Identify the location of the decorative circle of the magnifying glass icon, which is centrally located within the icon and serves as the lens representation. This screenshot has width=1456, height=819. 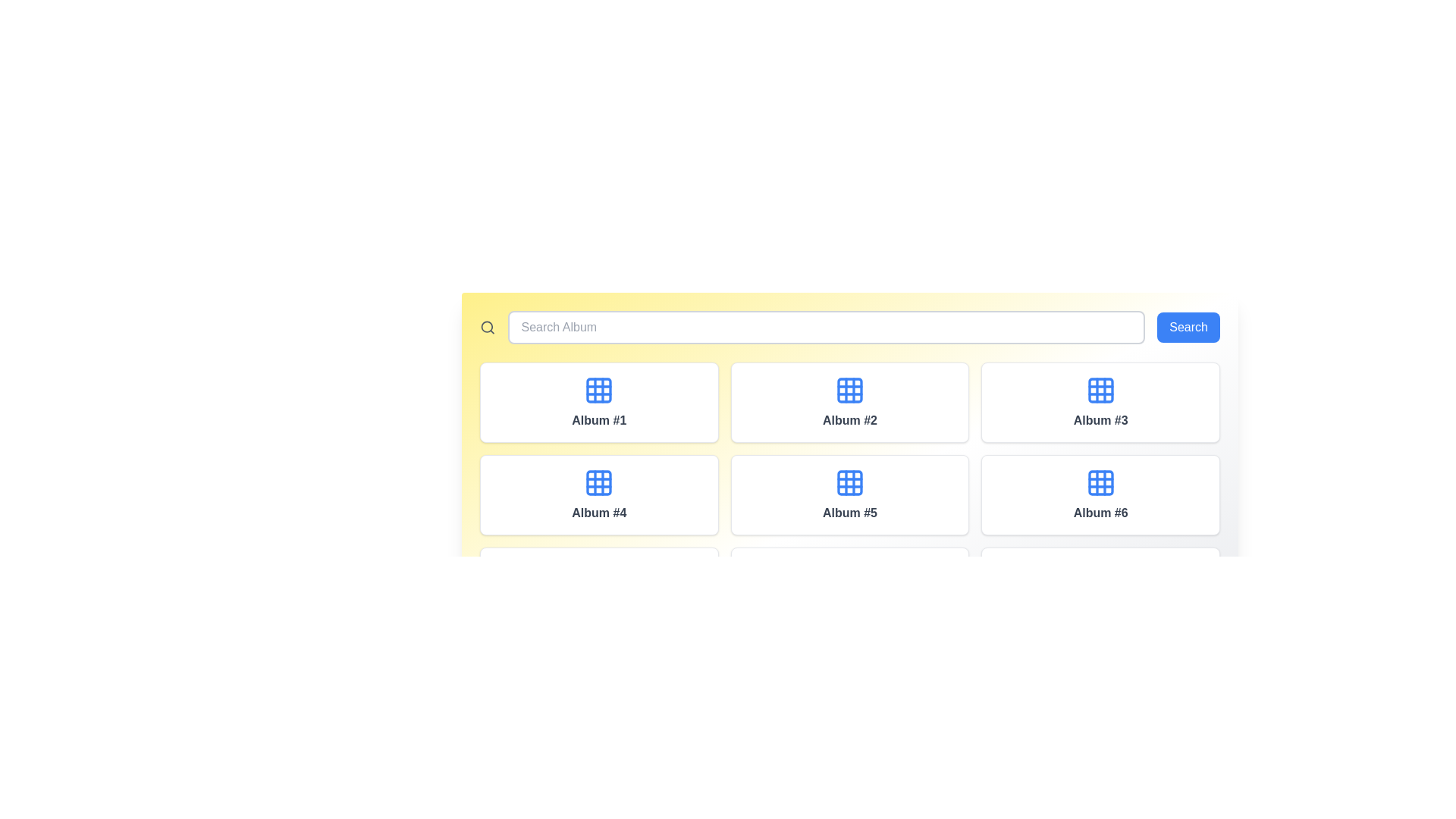
(487, 326).